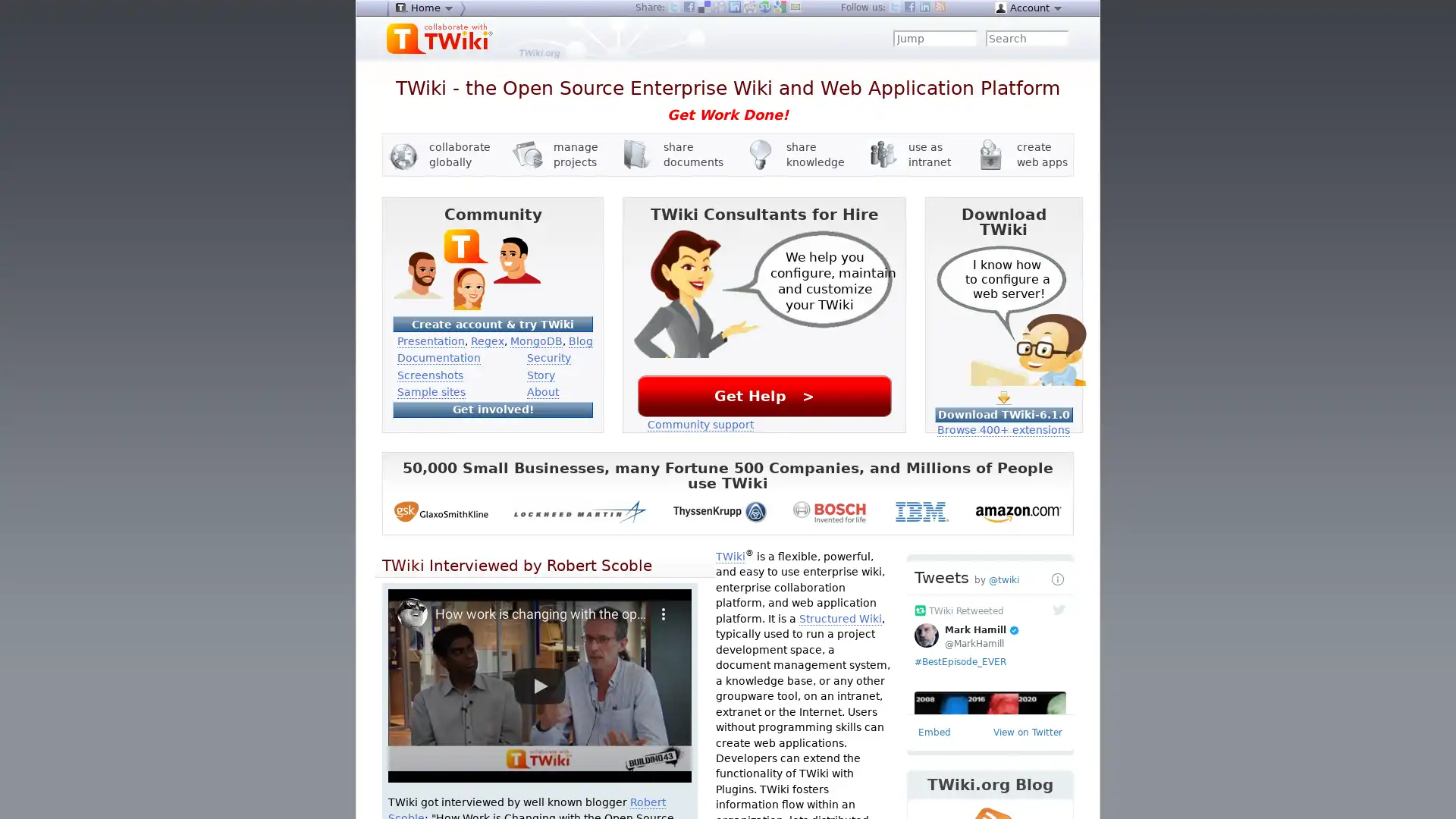 The height and width of the screenshot is (819, 1456). What do you see at coordinates (492, 408) in the screenshot?
I see `Get involved!` at bounding box center [492, 408].